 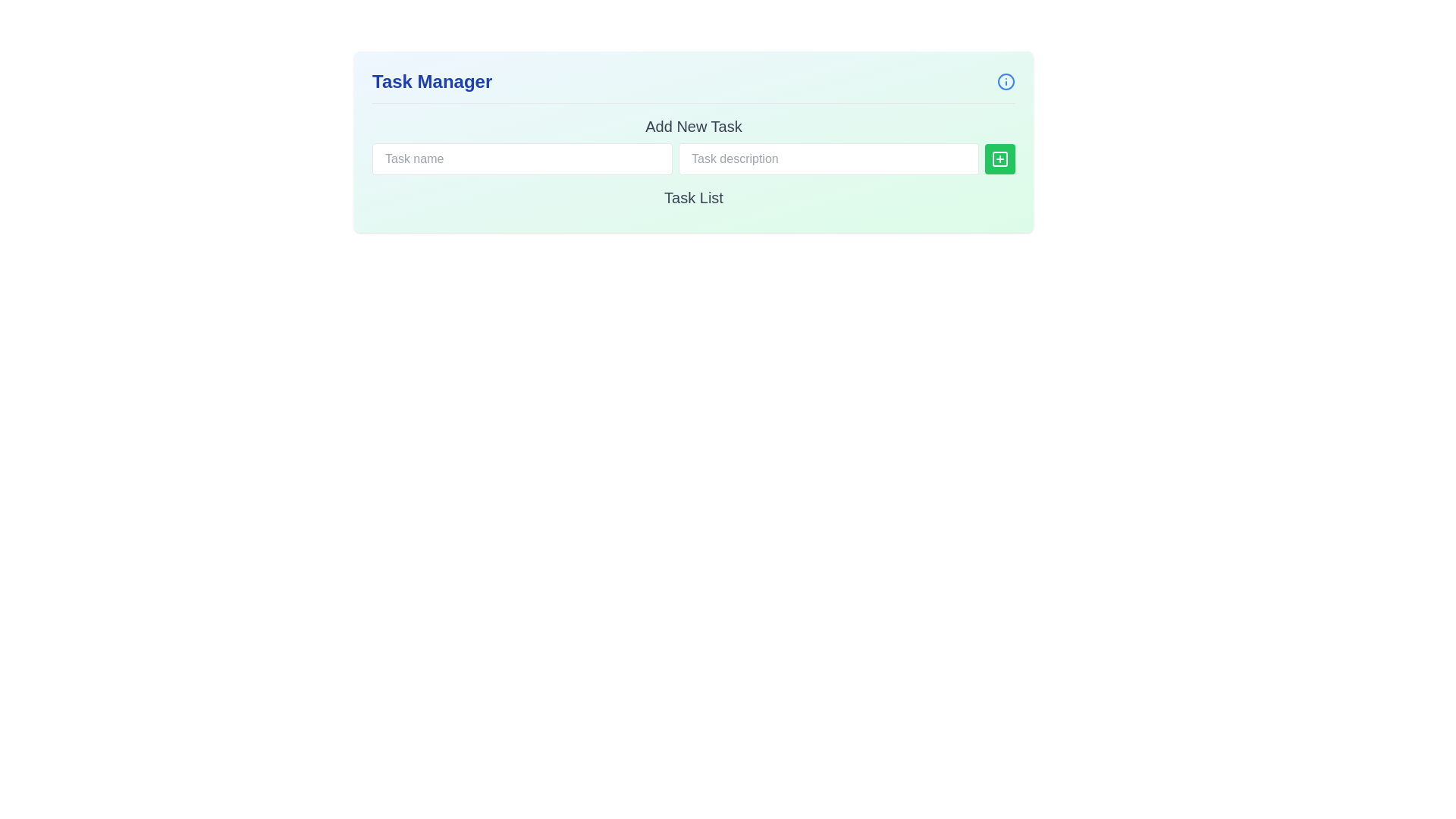 I want to click on the circular graphical shape located at the top-right area of the application interface, so click(x=1006, y=82).